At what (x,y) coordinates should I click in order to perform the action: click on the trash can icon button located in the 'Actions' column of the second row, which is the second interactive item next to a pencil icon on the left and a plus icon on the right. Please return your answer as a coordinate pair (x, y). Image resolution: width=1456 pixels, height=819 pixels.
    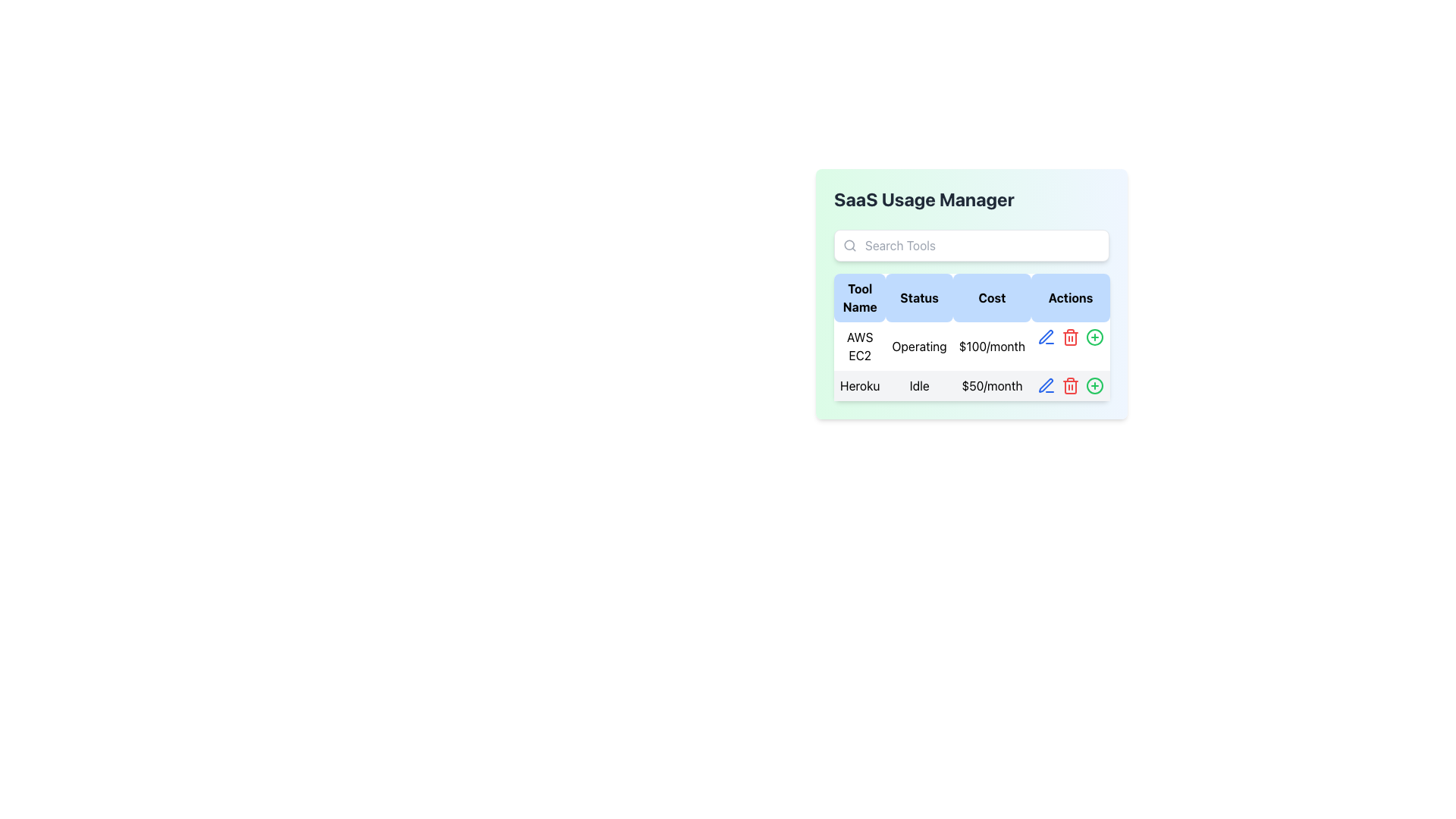
    Looking at the image, I should click on (1069, 336).